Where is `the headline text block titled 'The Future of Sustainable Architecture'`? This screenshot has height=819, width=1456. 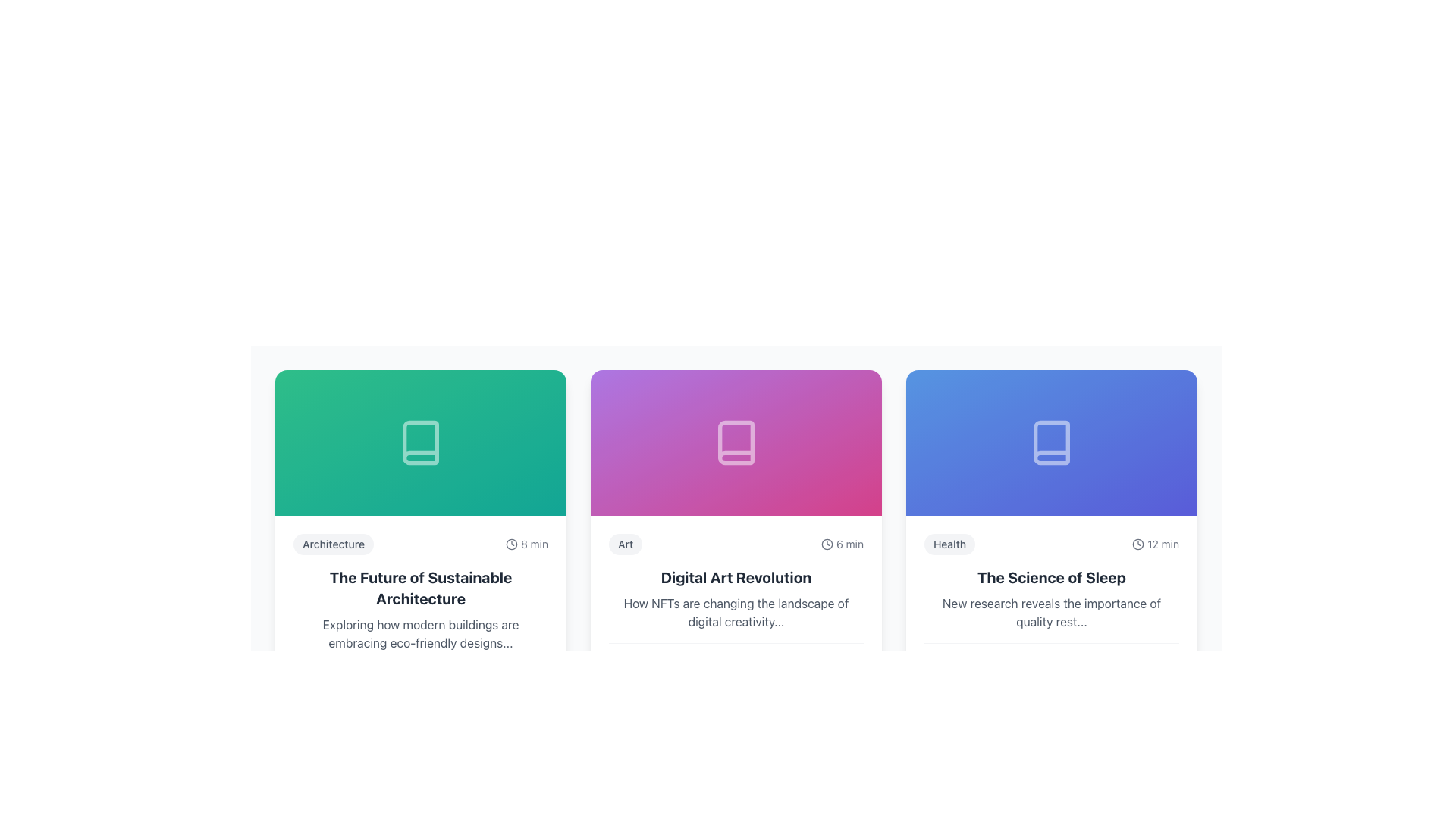 the headline text block titled 'The Future of Sustainable Architecture' is located at coordinates (421, 587).